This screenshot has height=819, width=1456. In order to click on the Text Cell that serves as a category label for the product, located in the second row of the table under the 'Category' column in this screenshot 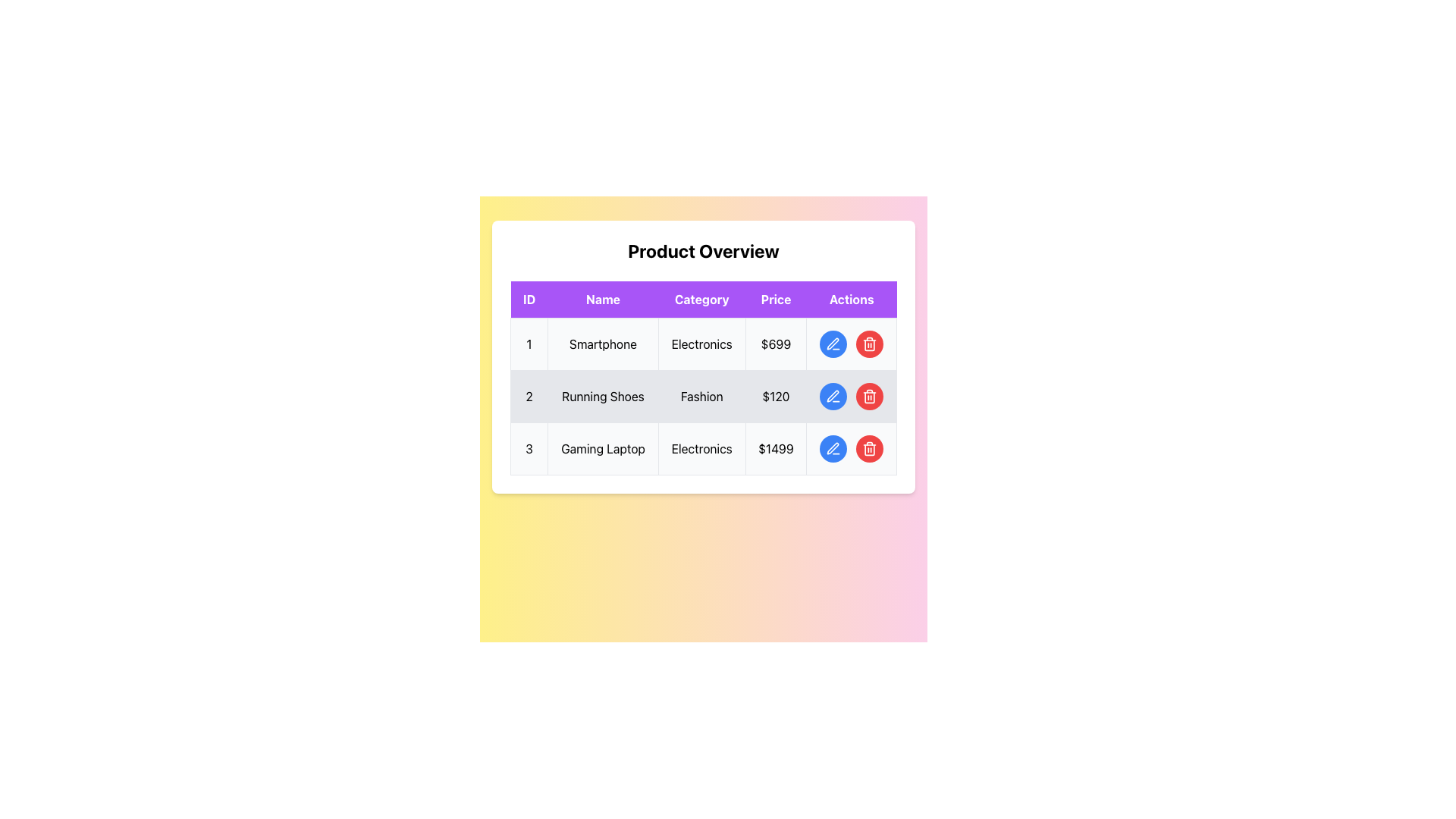, I will do `click(701, 396)`.